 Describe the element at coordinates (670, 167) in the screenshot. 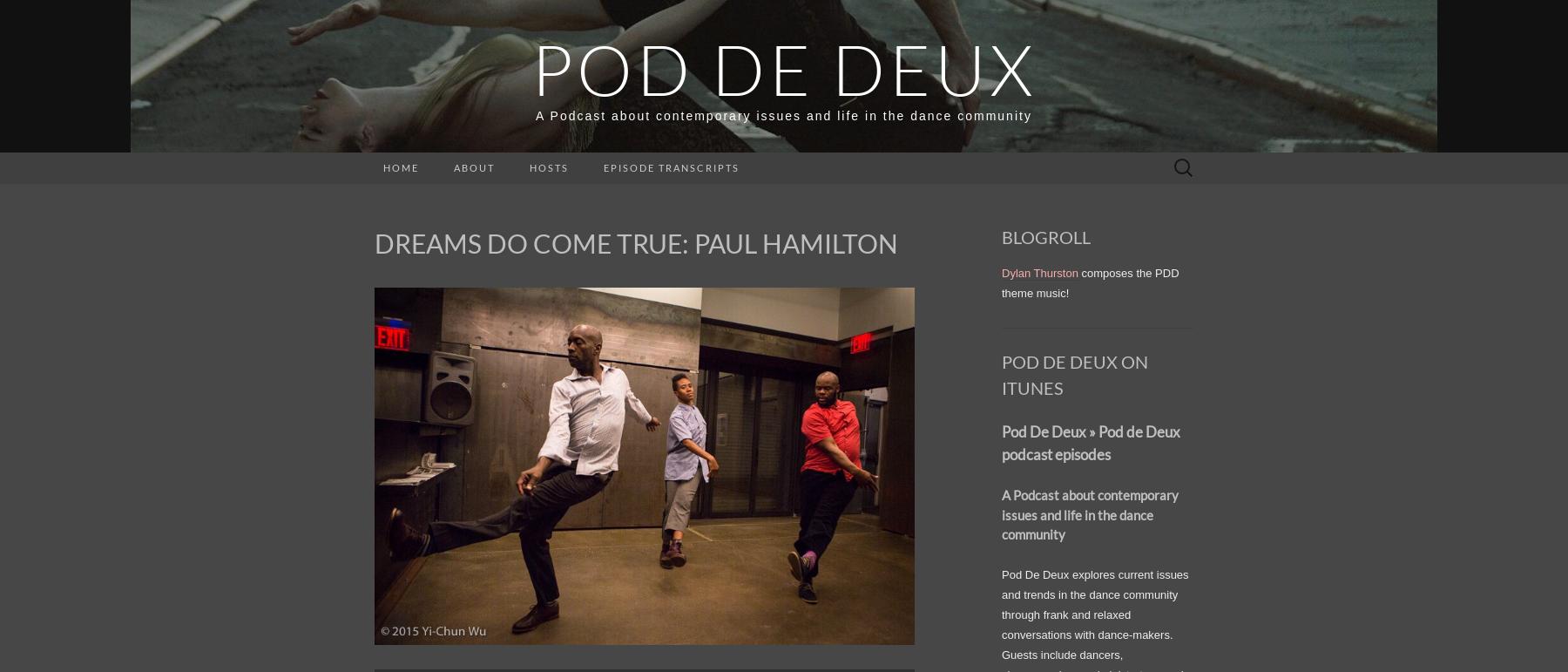

I see `'Episode Transcripts'` at that location.